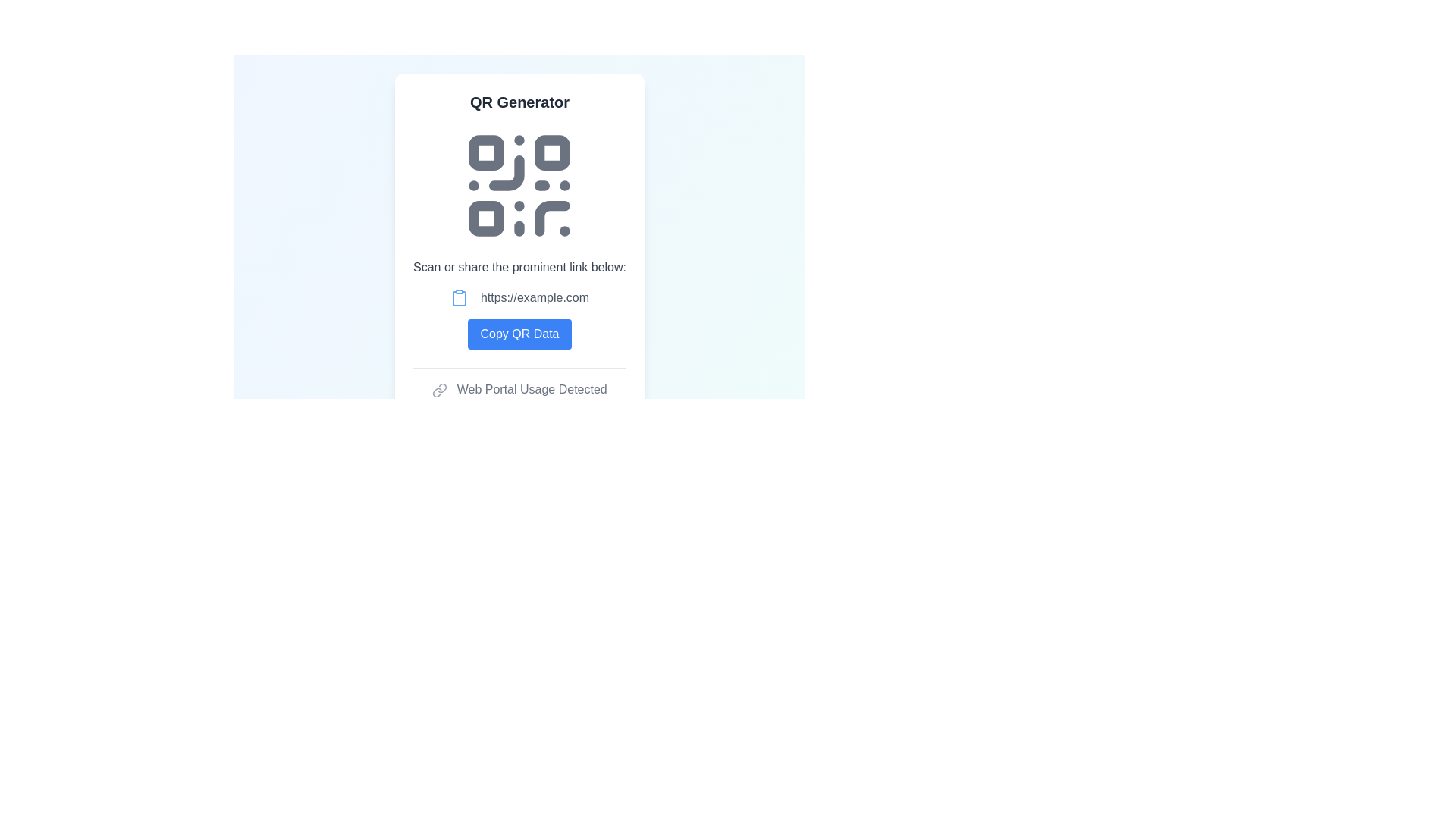 The image size is (1456, 819). I want to click on the bottom-left square of the QR code, which is part of the 3x3 layout, so click(487, 218).